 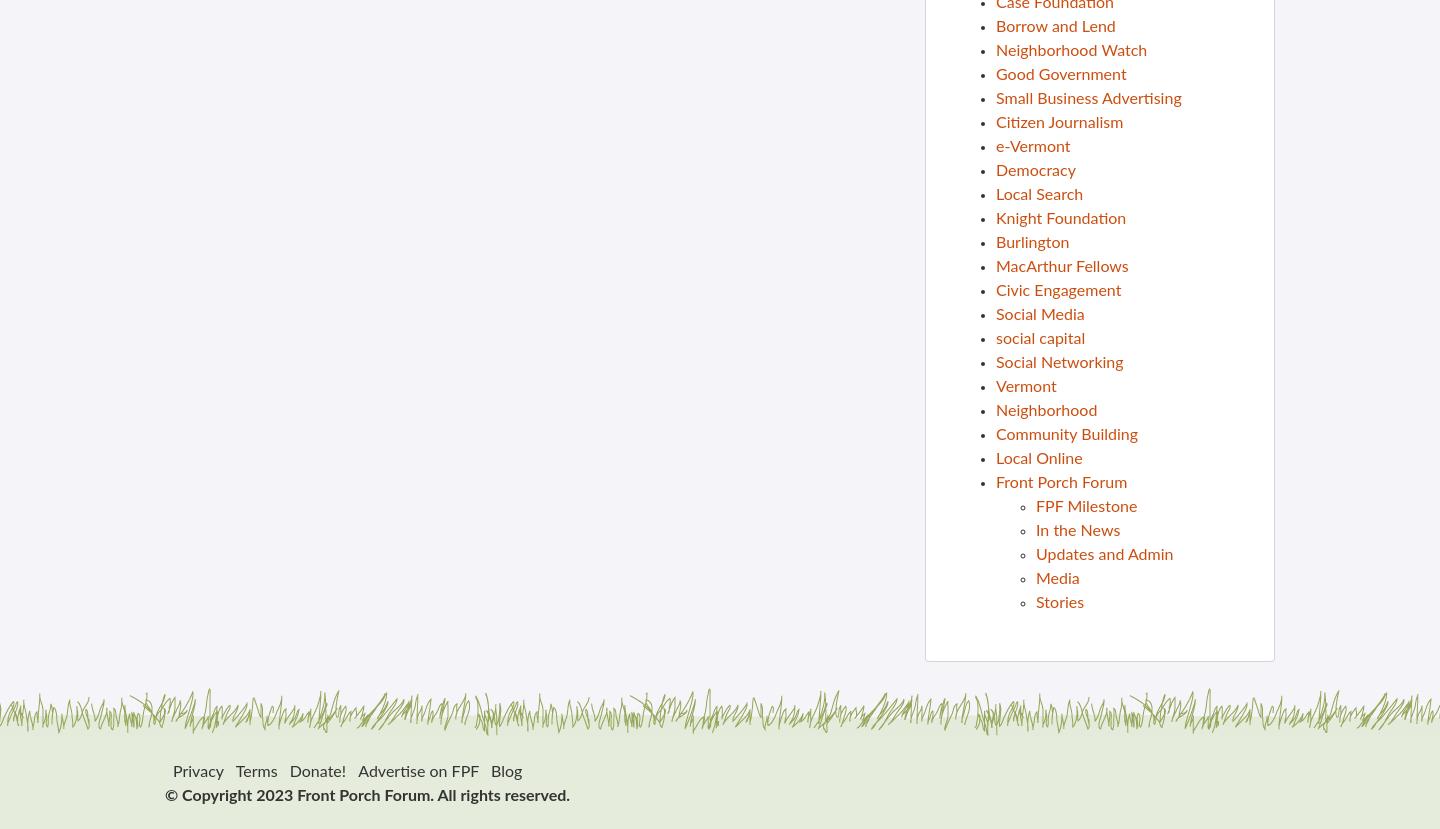 I want to click on '© Copyright 2023 Front Porch Forum. All rights reserved.', so click(x=366, y=794).